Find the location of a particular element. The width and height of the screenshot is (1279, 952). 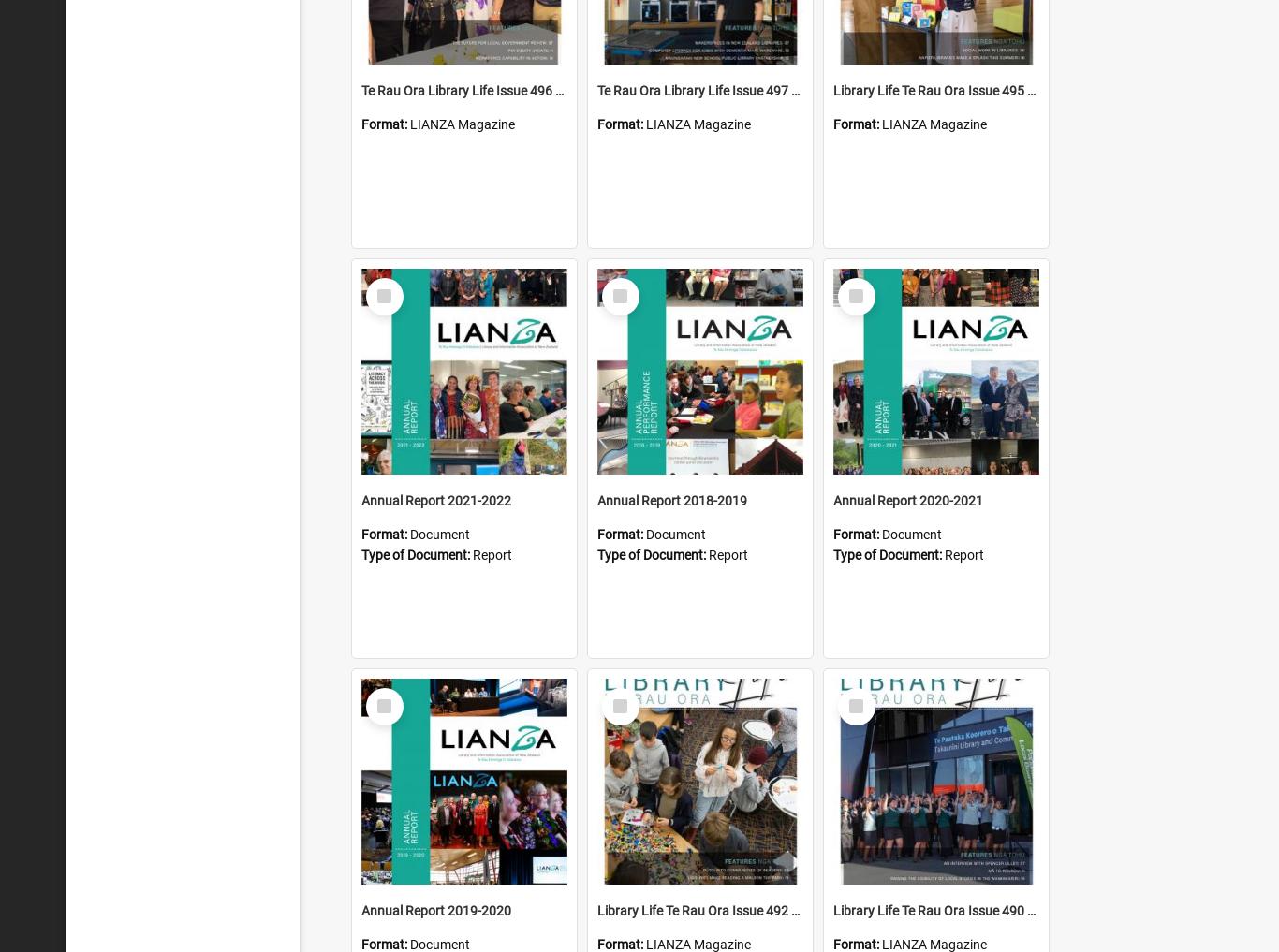

'Te Rau Ora Library Life Issue 497 June 2023' is located at coordinates (725, 91).